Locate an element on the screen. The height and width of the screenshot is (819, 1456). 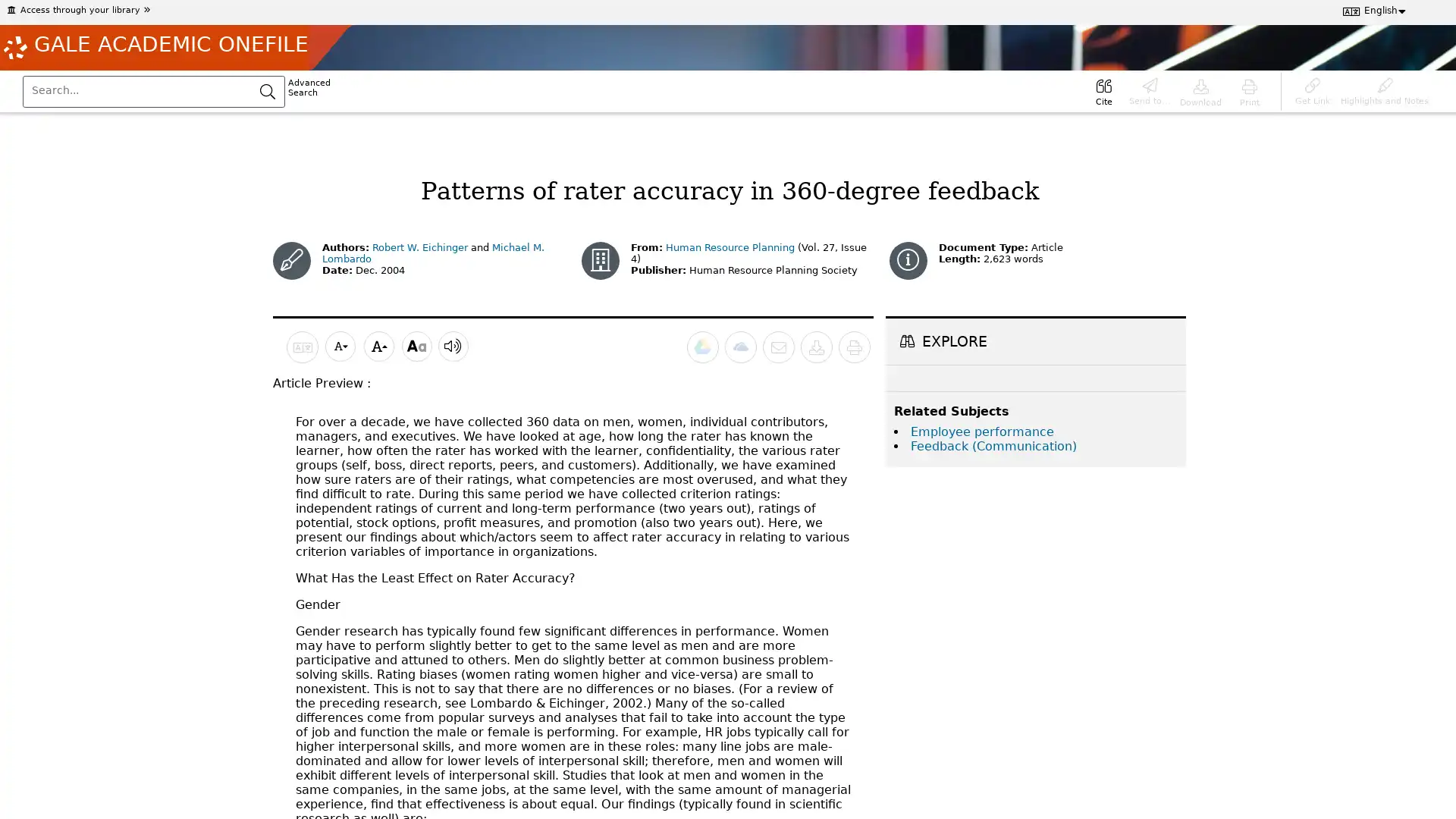
Get Link is located at coordinates (1312, 89).